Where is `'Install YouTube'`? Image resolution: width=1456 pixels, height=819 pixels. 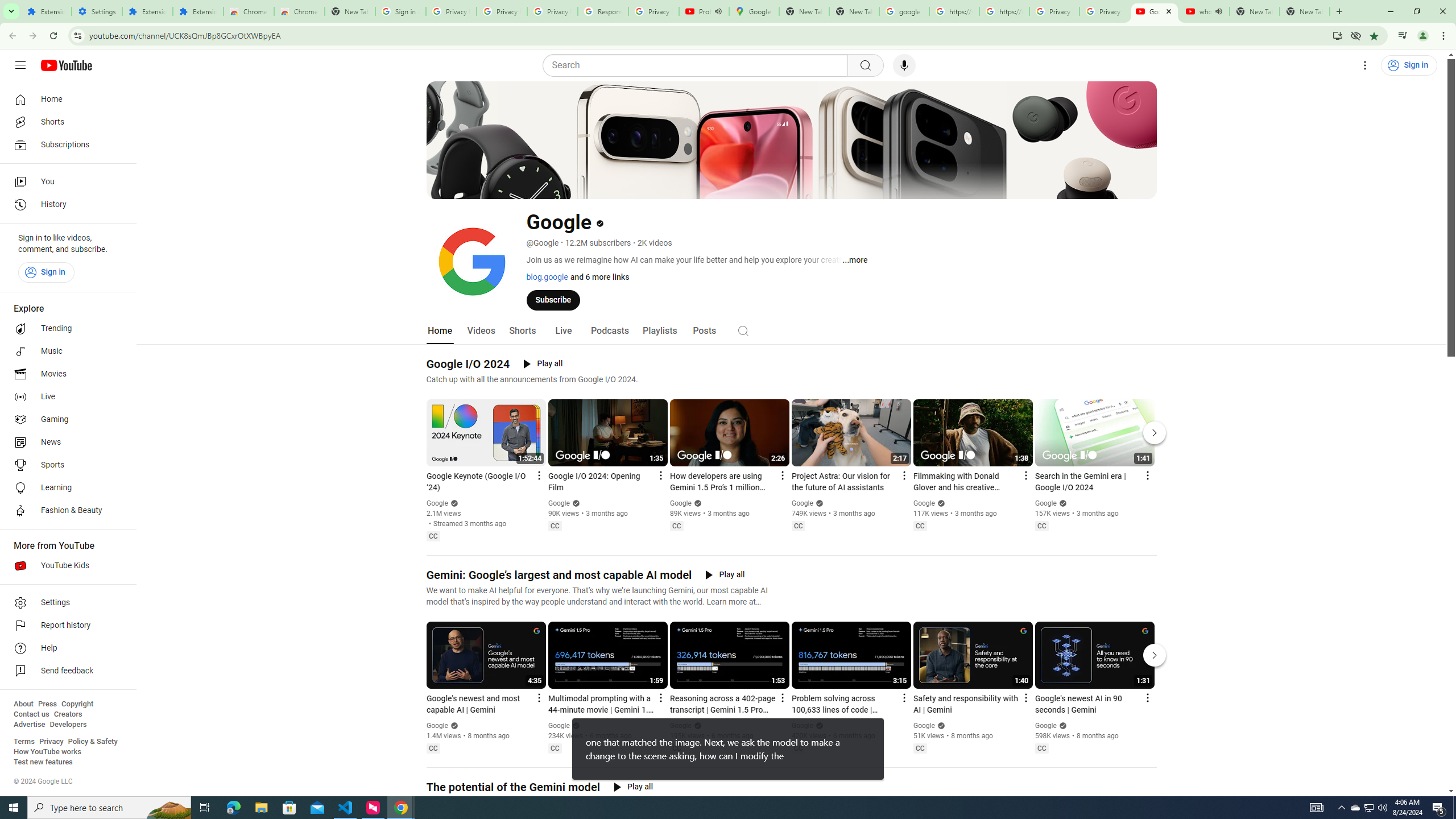
'Install YouTube' is located at coordinates (1337, 35).